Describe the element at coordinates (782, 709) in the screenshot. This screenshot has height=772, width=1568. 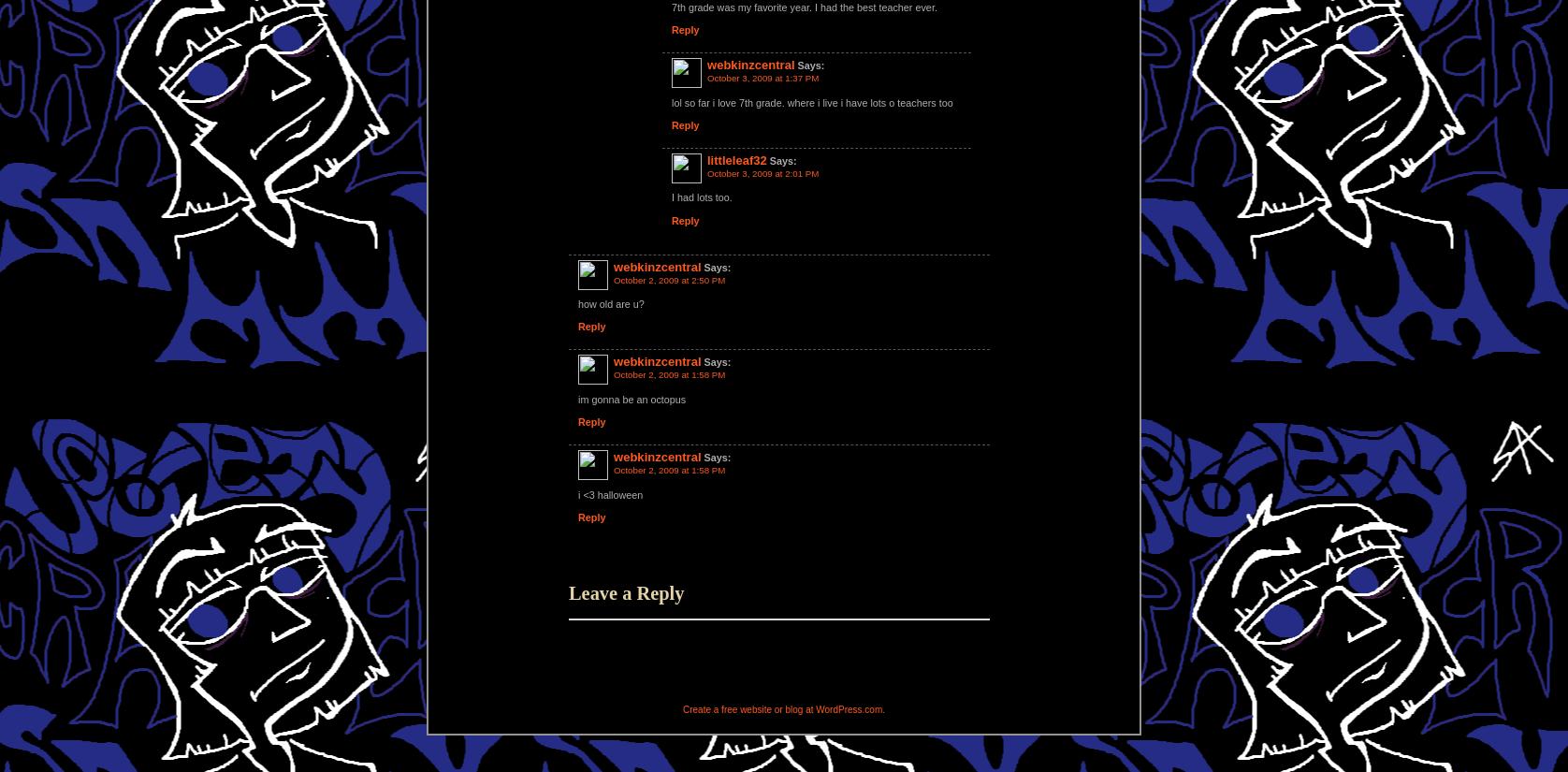
I see `'Create a free website or blog at WordPress.com.'` at that location.